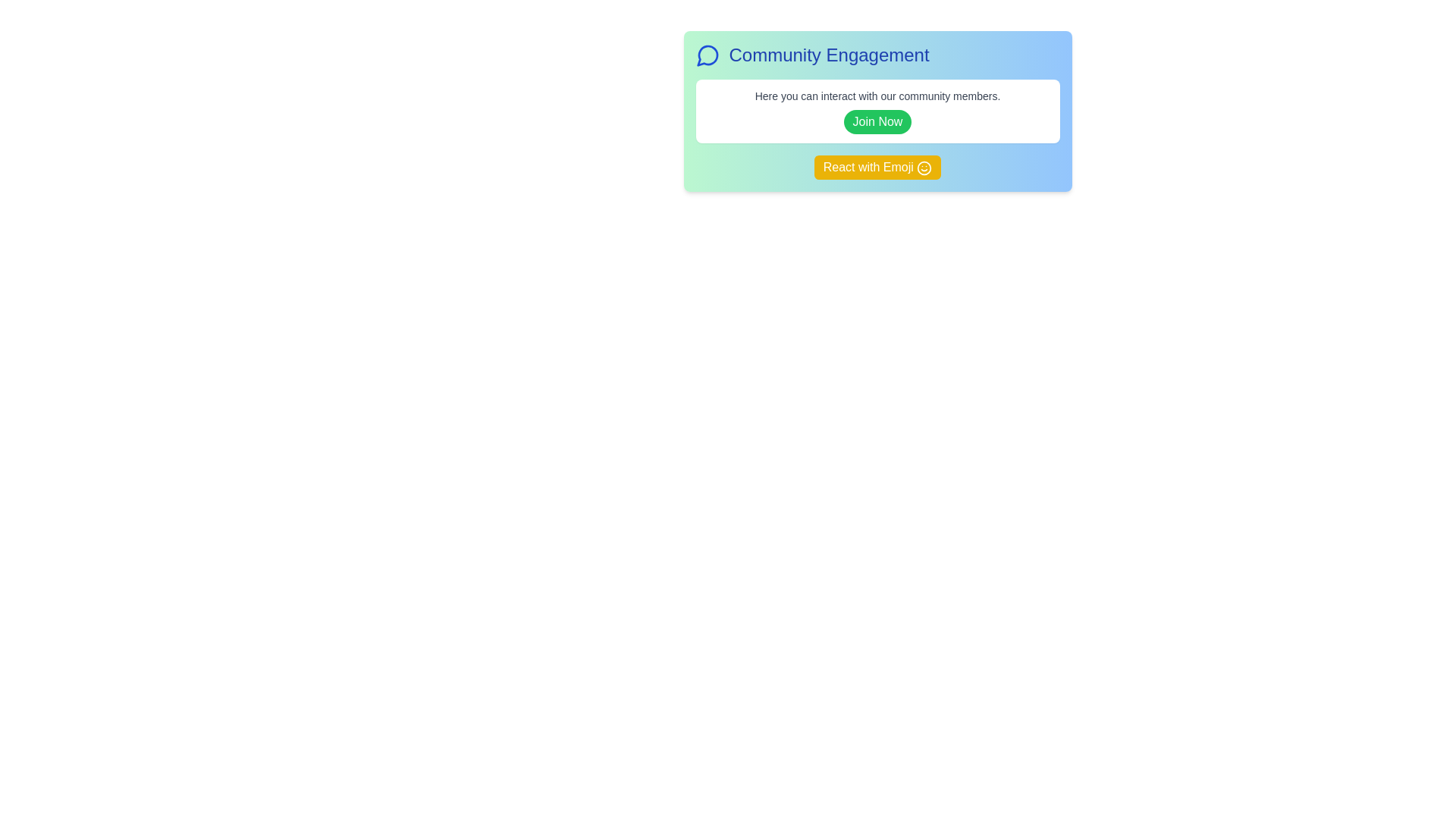  Describe the element at coordinates (877, 121) in the screenshot. I see `the call-to-action button that is centrally placed and triggers interactive actions for community participation, changing its color to indicate interactivity` at that location.